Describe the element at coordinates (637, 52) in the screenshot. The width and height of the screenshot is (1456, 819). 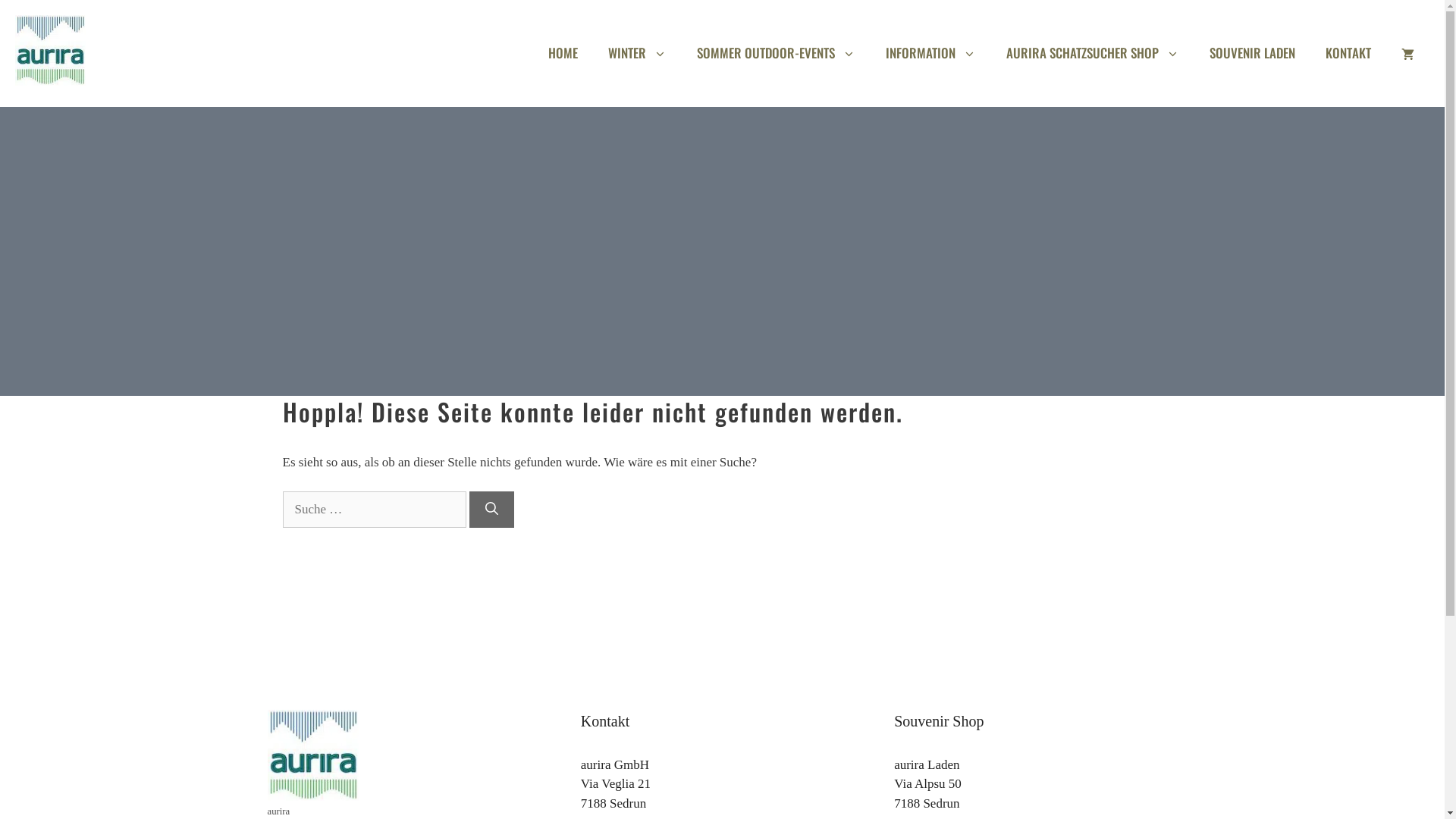
I see `'WINTER'` at that location.